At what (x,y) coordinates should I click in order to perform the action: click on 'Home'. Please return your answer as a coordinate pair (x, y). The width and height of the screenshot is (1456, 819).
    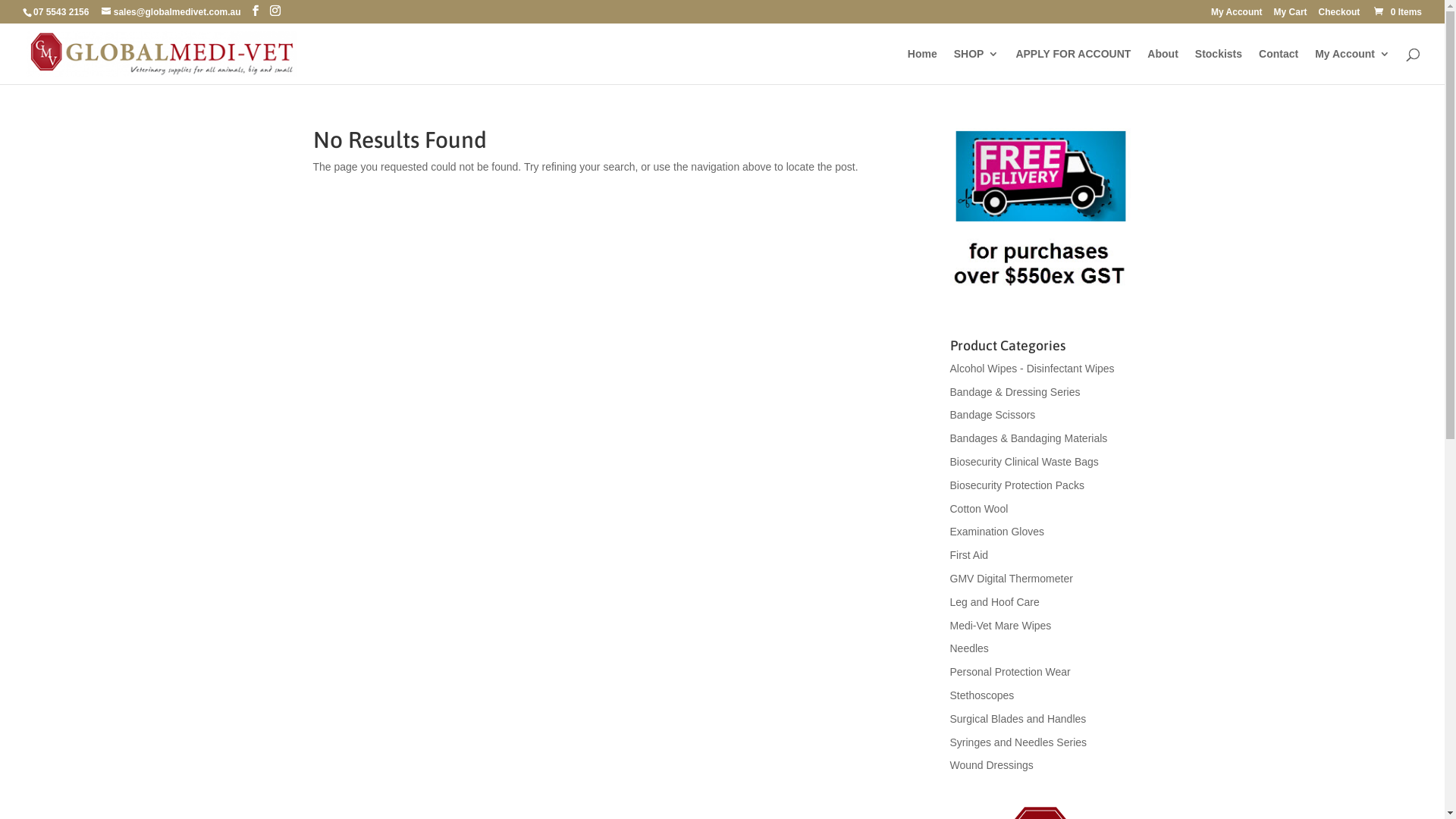
    Looking at the image, I should click on (907, 65).